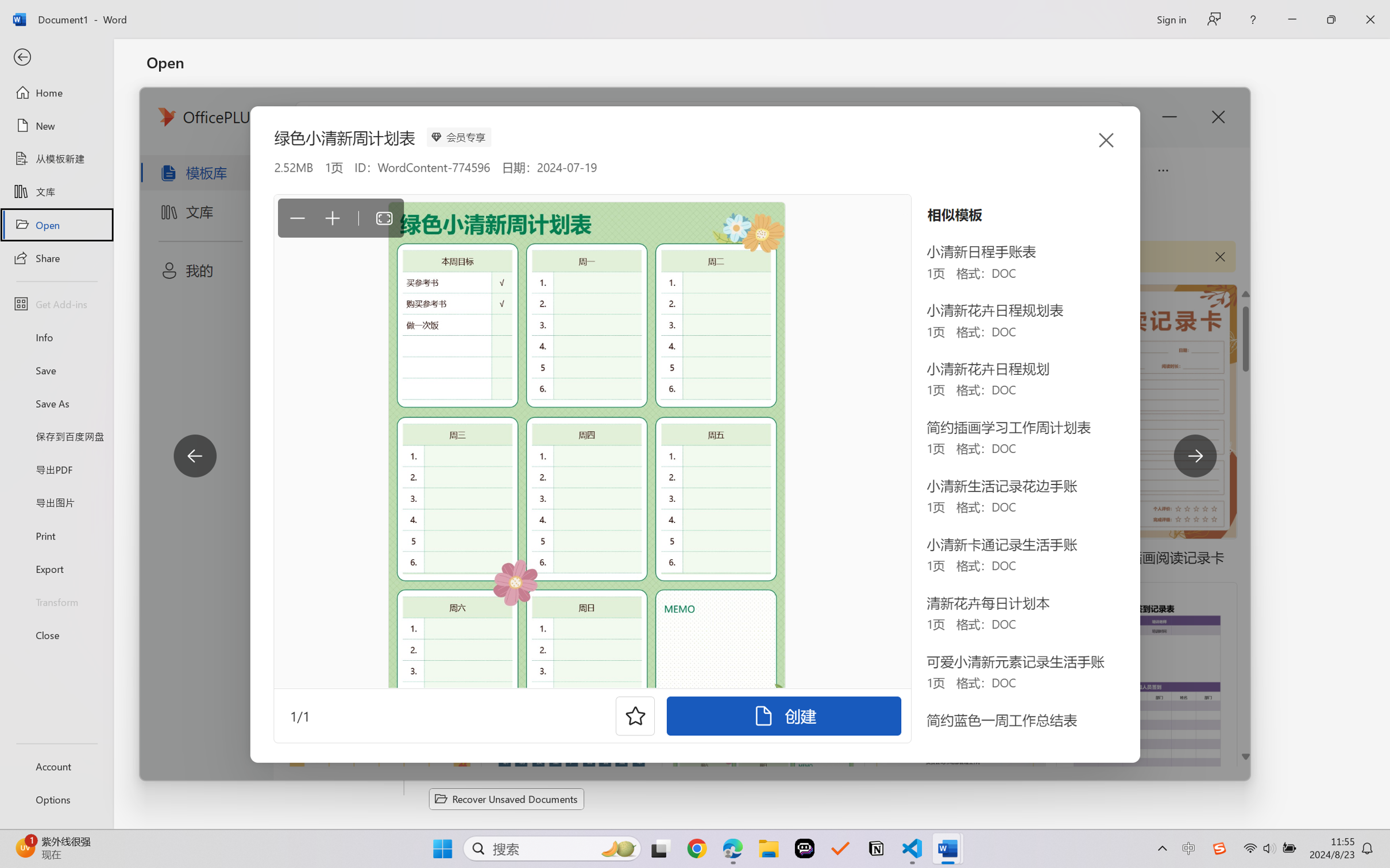 This screenshot has height=868, width=1390. What do you see at coordinates (56, 336) in the screenshot?
I see `'Info'` at bounding box center [56, 336].